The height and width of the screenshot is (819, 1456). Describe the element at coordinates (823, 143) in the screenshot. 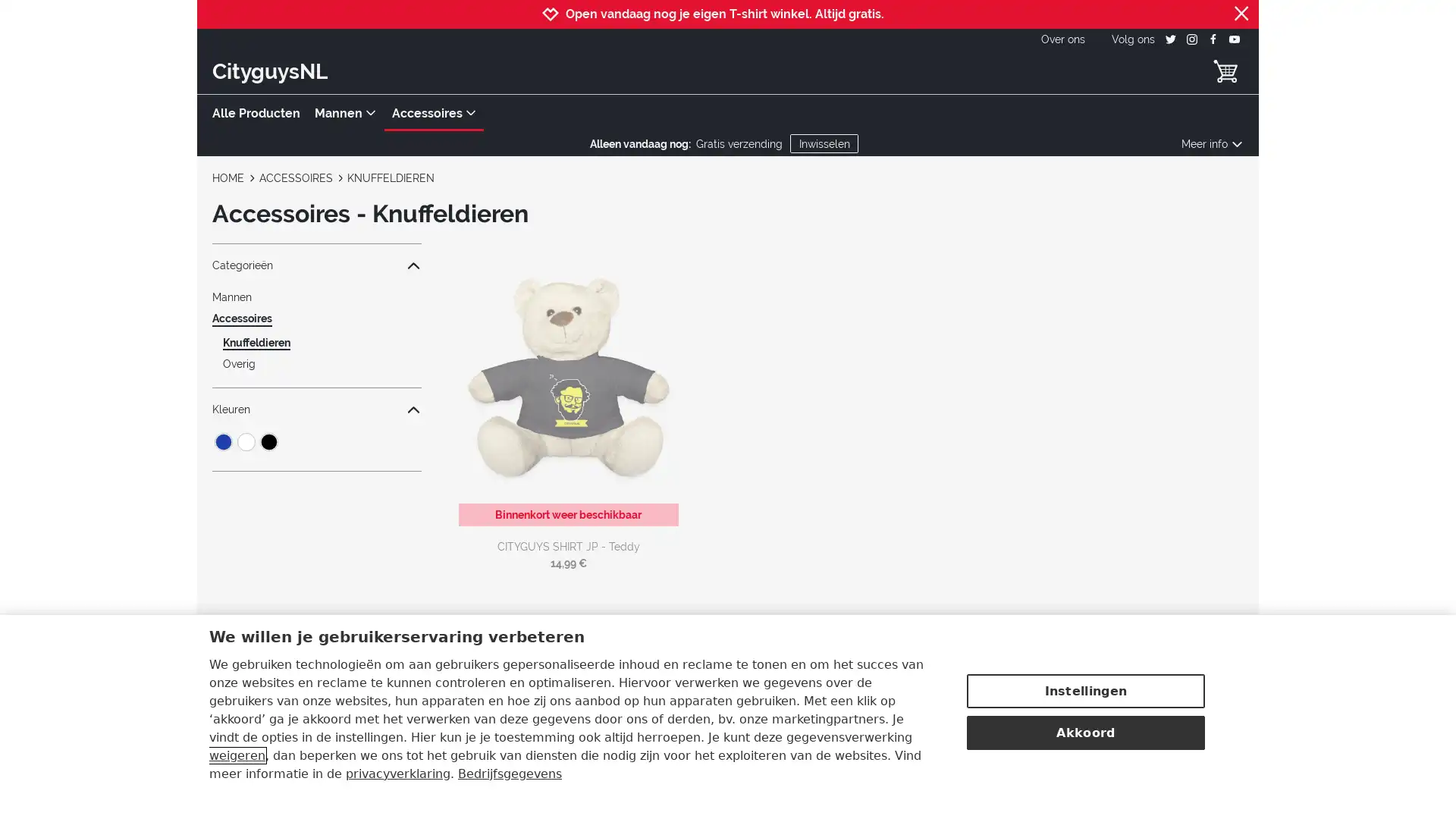

I see `Inwisselen` at that location.